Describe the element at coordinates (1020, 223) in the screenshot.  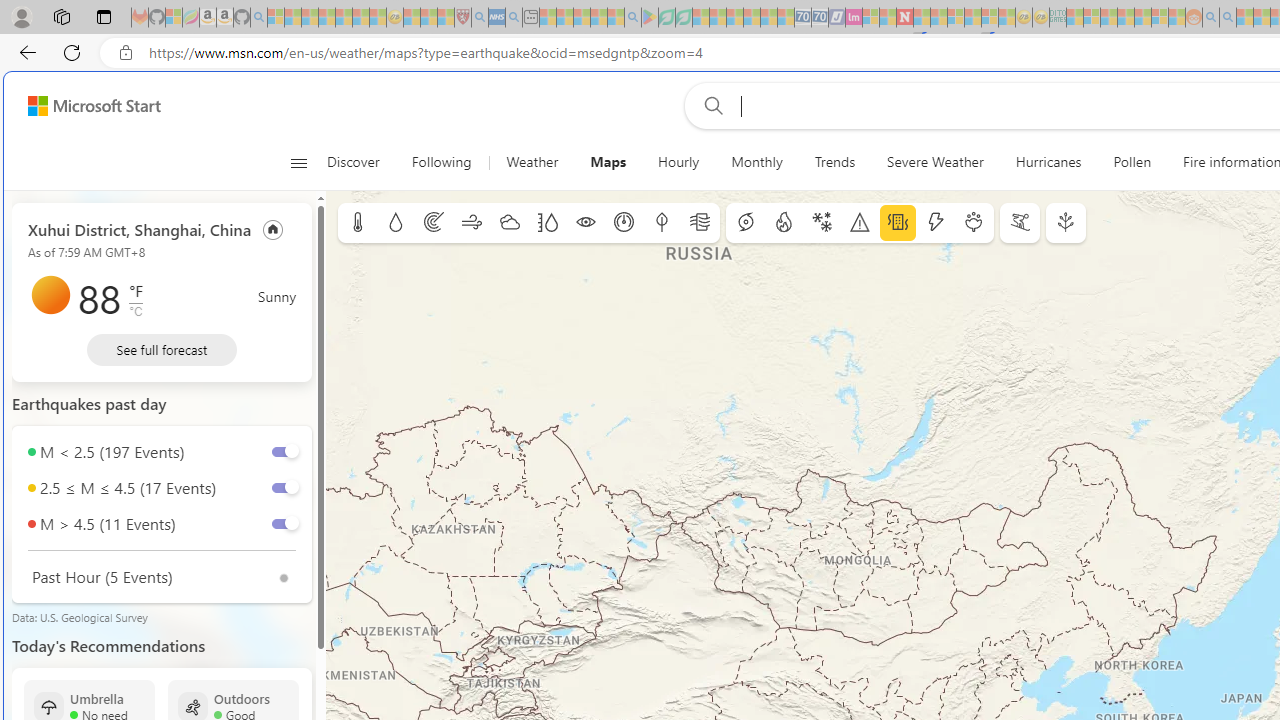
I see `'Ski conditions'` at that location.